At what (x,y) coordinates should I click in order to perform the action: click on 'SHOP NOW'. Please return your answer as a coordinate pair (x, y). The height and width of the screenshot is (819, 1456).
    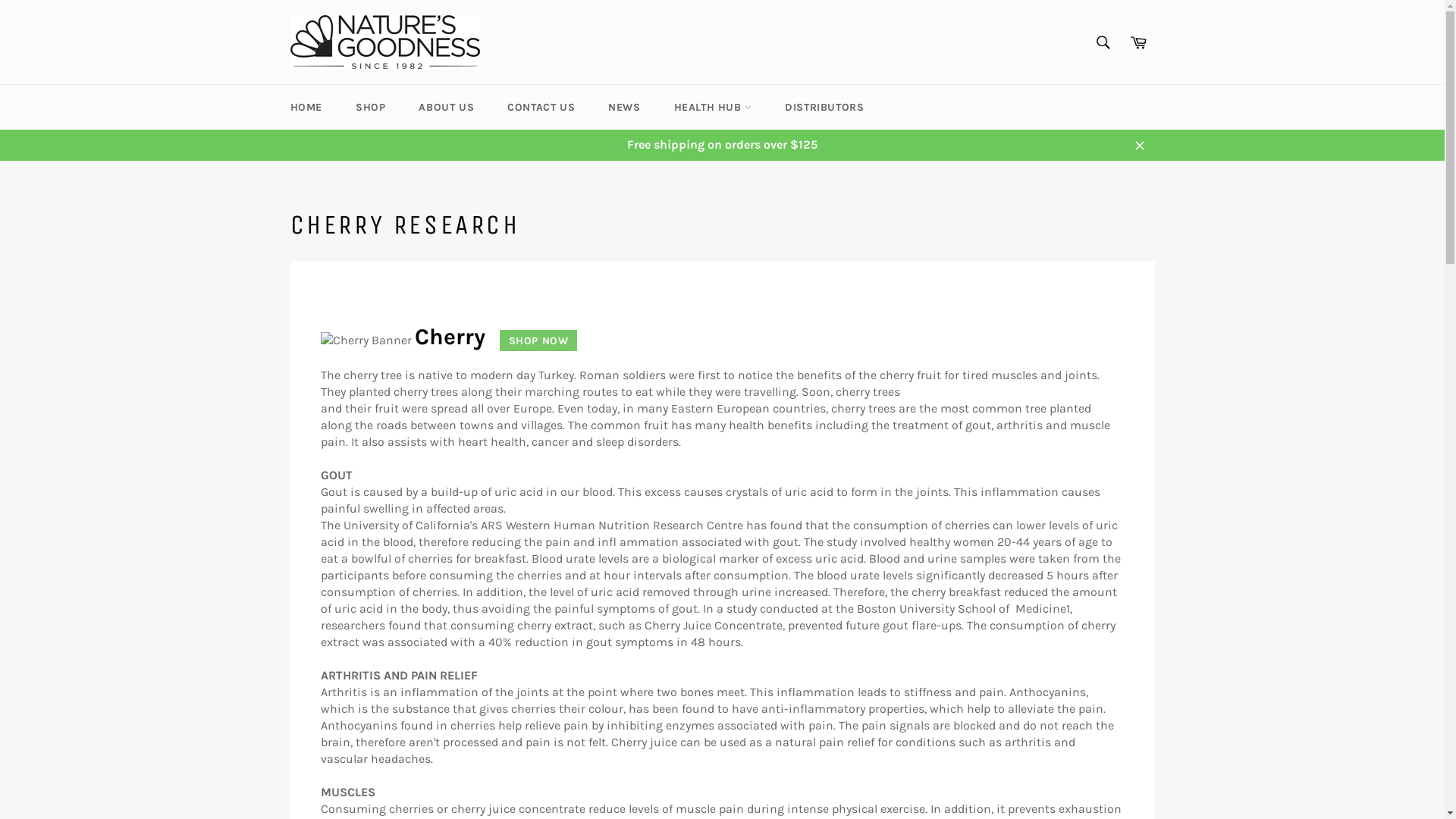
    Looking at the image, I should click on (532, 339).